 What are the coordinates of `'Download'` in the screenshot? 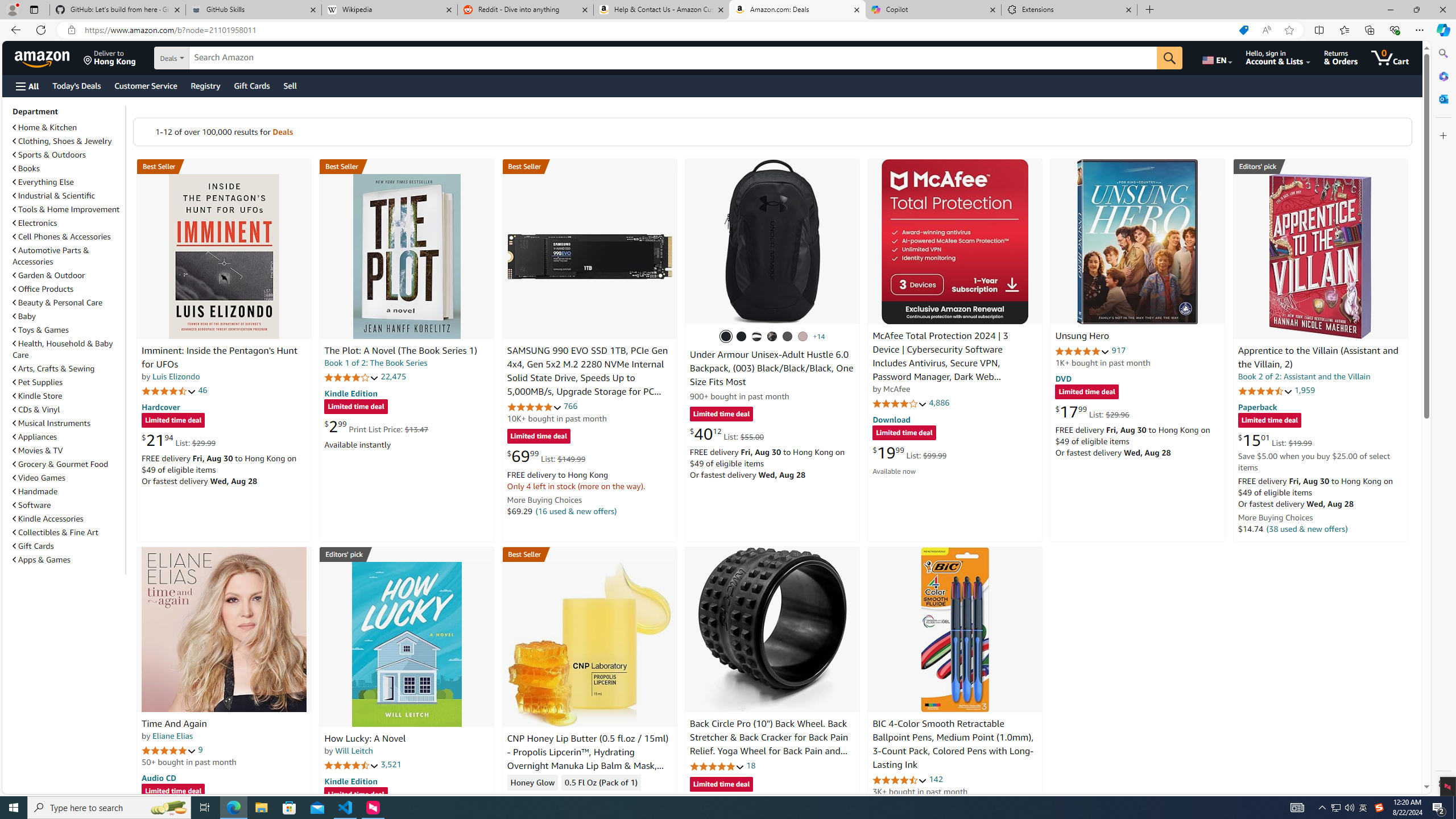 It's located at (890, 419).